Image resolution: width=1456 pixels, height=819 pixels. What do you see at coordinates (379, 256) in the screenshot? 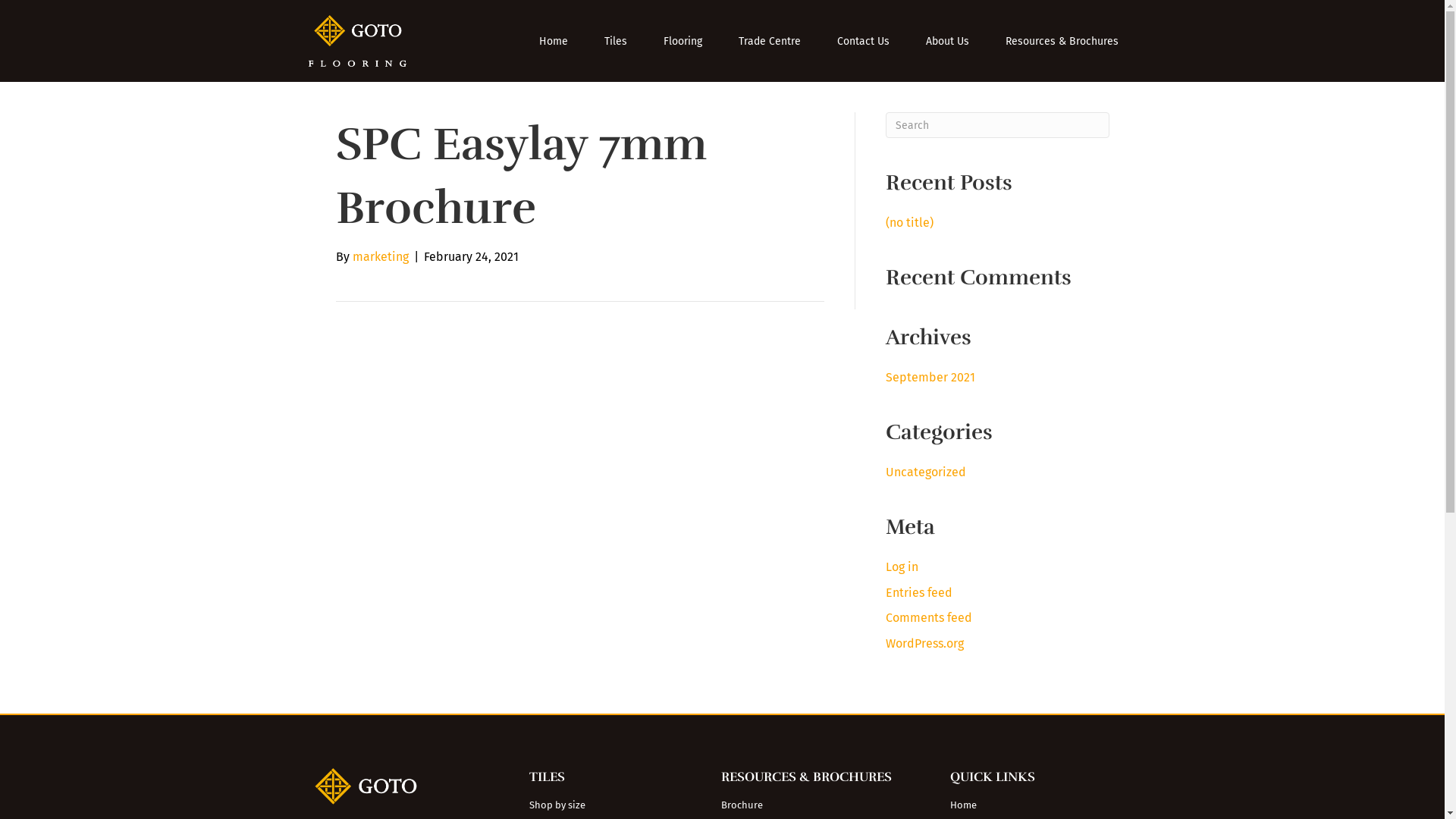
I see `'marketing'` at bounding box center [379, 256].